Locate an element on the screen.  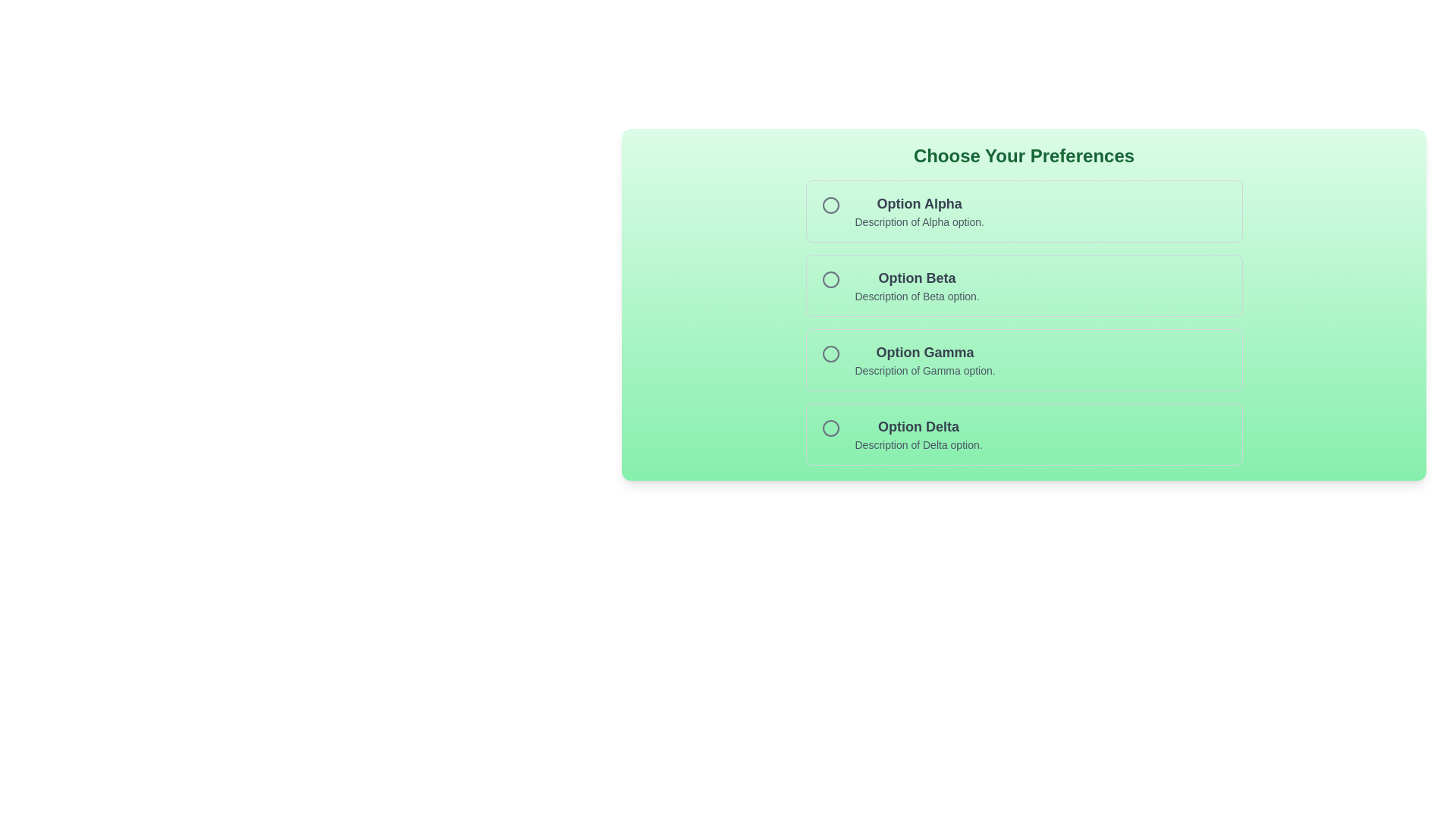
the text label reading 'Description of Gamma option.', which is styled in a smaller gray font and located directly beneath the bold title 'Option Gamma' is located at coordinates (924, 371).